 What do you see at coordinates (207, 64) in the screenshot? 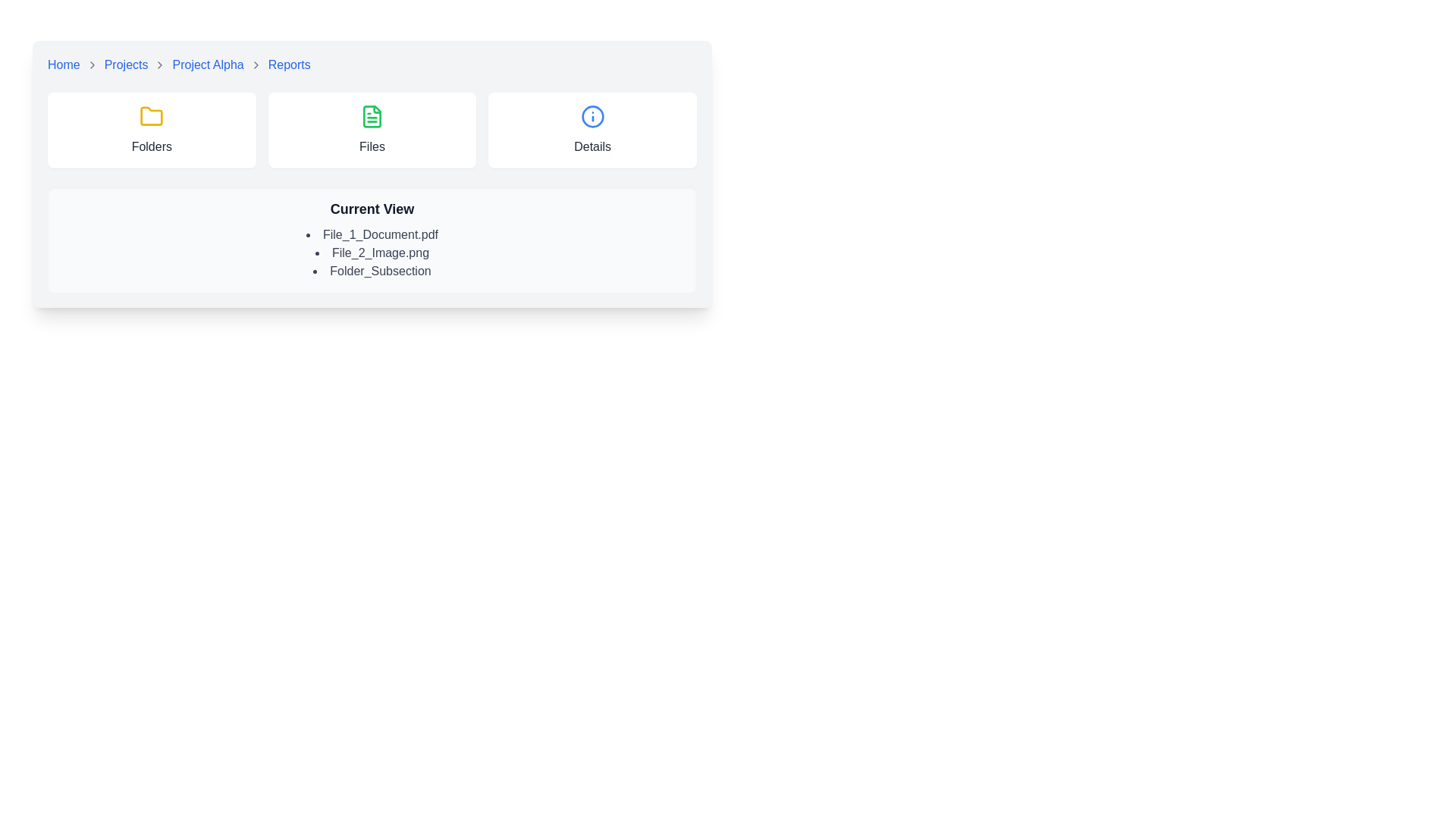
I see `the third clickable hyperlink in the breadcrumb navigation bar` at bounding box center [207, 64].